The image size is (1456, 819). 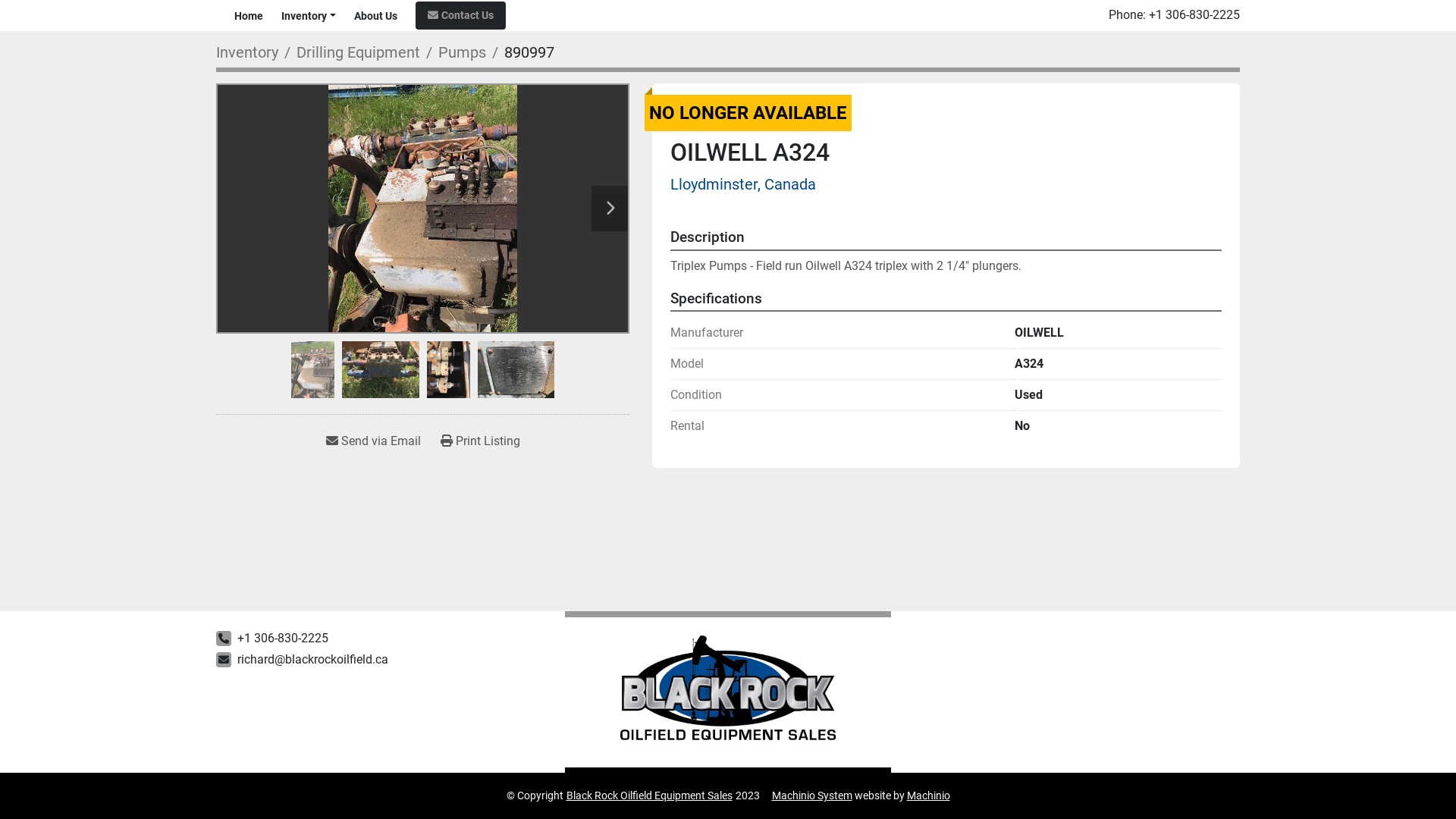 I want to click on '+1 306-830-2225', so click(x=236, y=638).